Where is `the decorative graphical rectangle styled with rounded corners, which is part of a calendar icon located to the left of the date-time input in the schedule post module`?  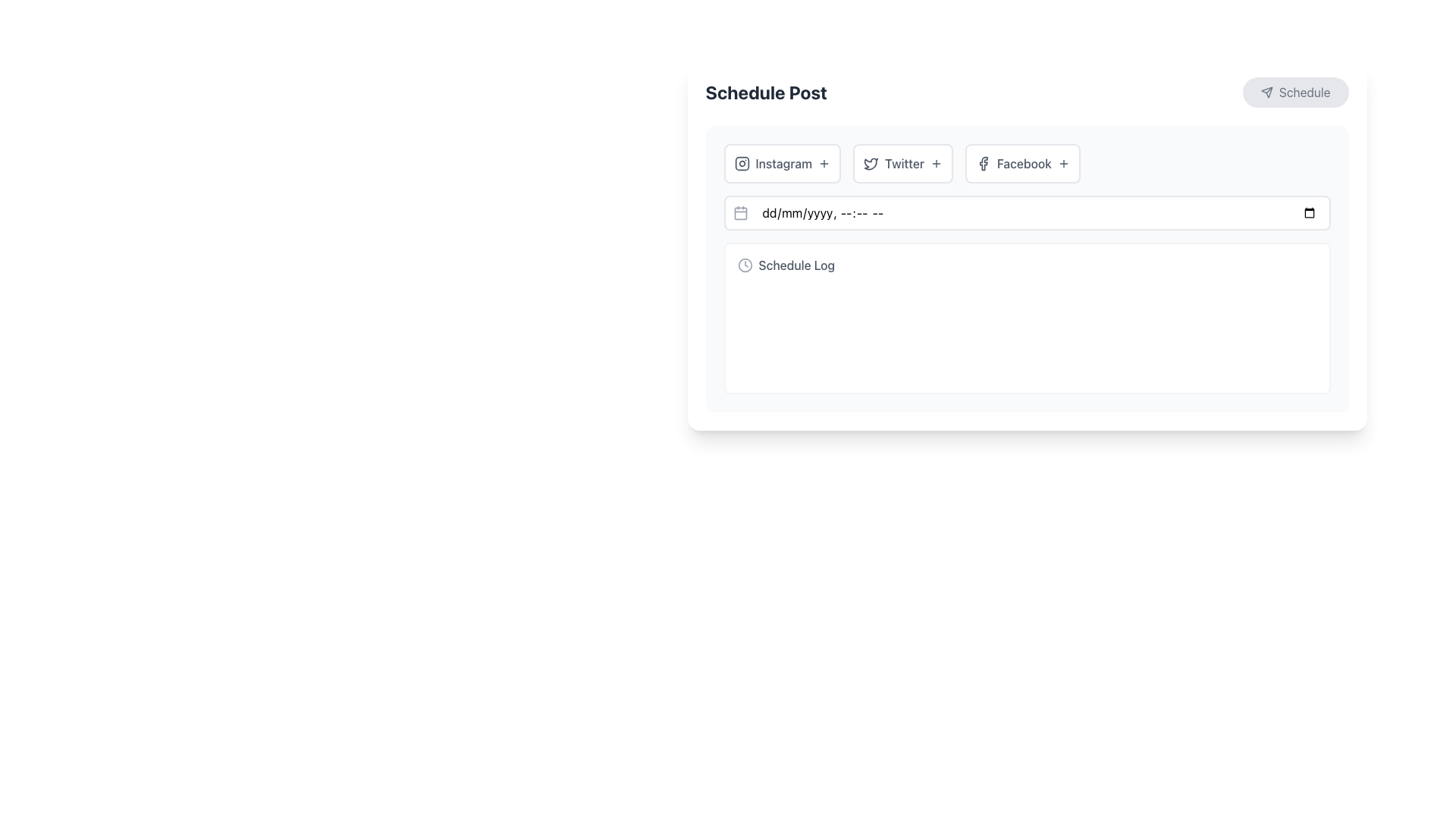 the decorative graphical rectangle styled with rounded corners, which is part of a calendar icon located to the left of the date-time input in the schedule post module is located at coordinates (740, 213).